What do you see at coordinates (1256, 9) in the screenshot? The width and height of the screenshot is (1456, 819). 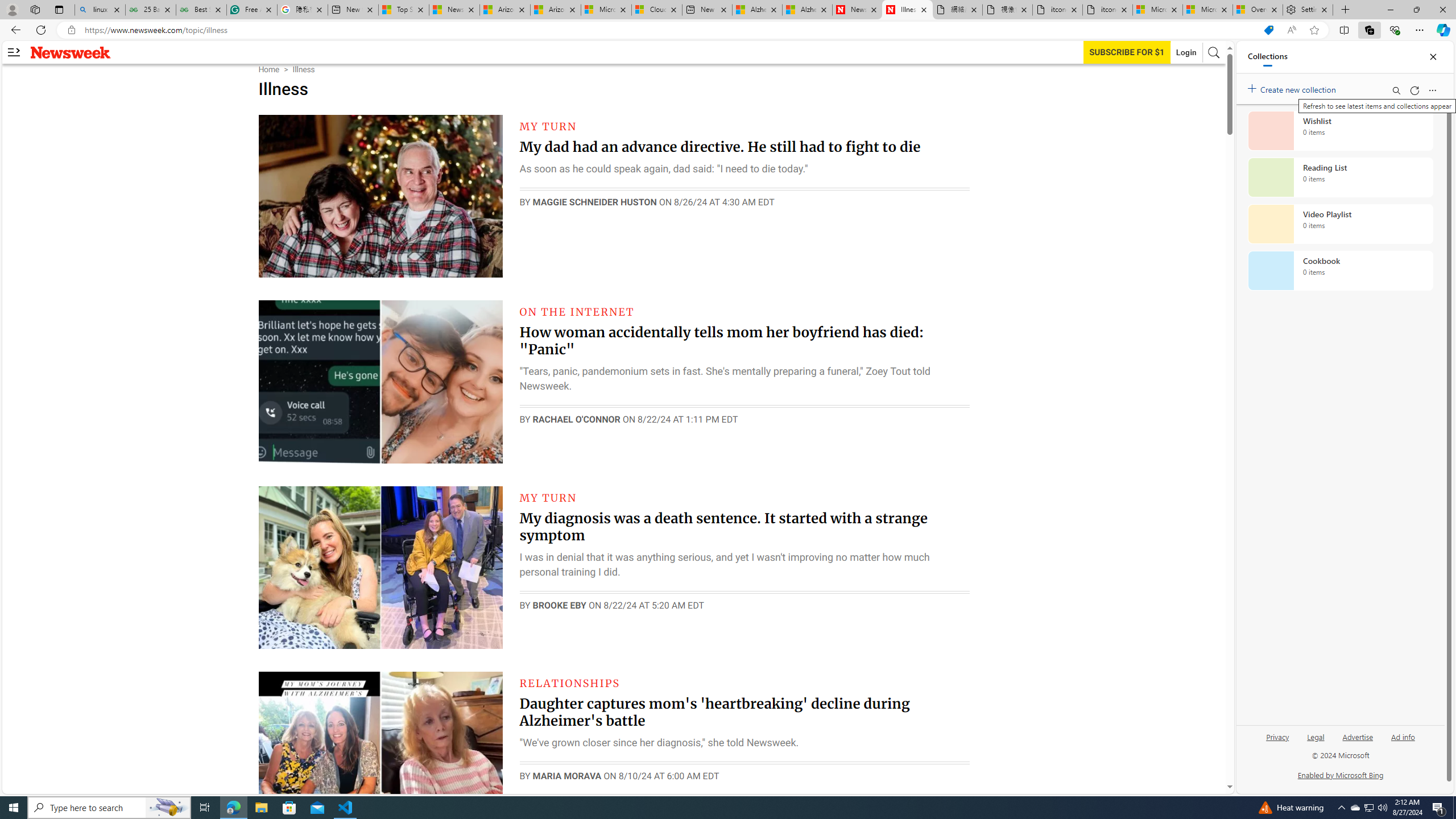 I see `'Overview'` at bounding box center [1256, 9].